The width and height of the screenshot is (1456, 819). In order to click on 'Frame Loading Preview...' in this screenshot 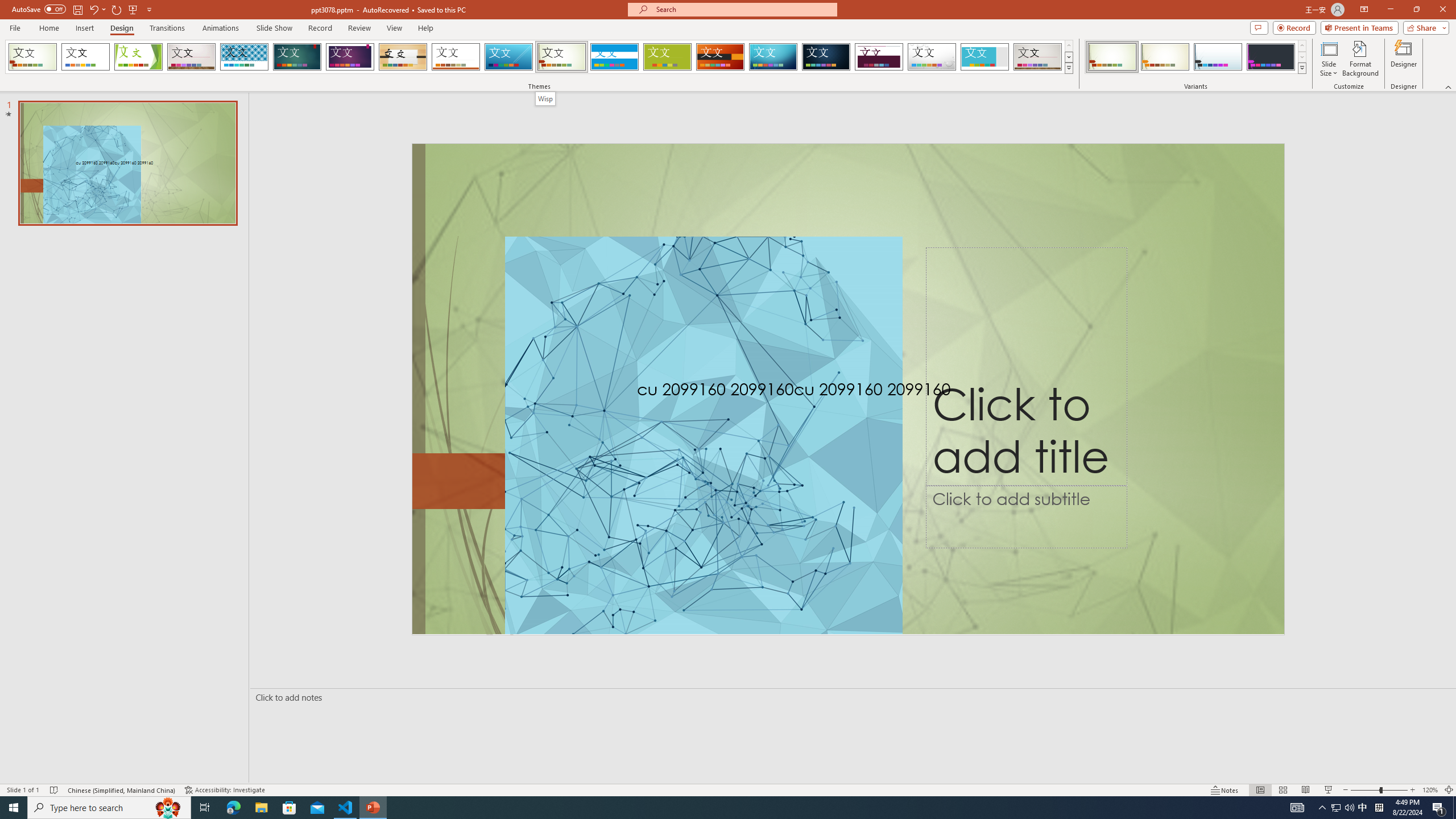, I will do `click(985, 56)`.